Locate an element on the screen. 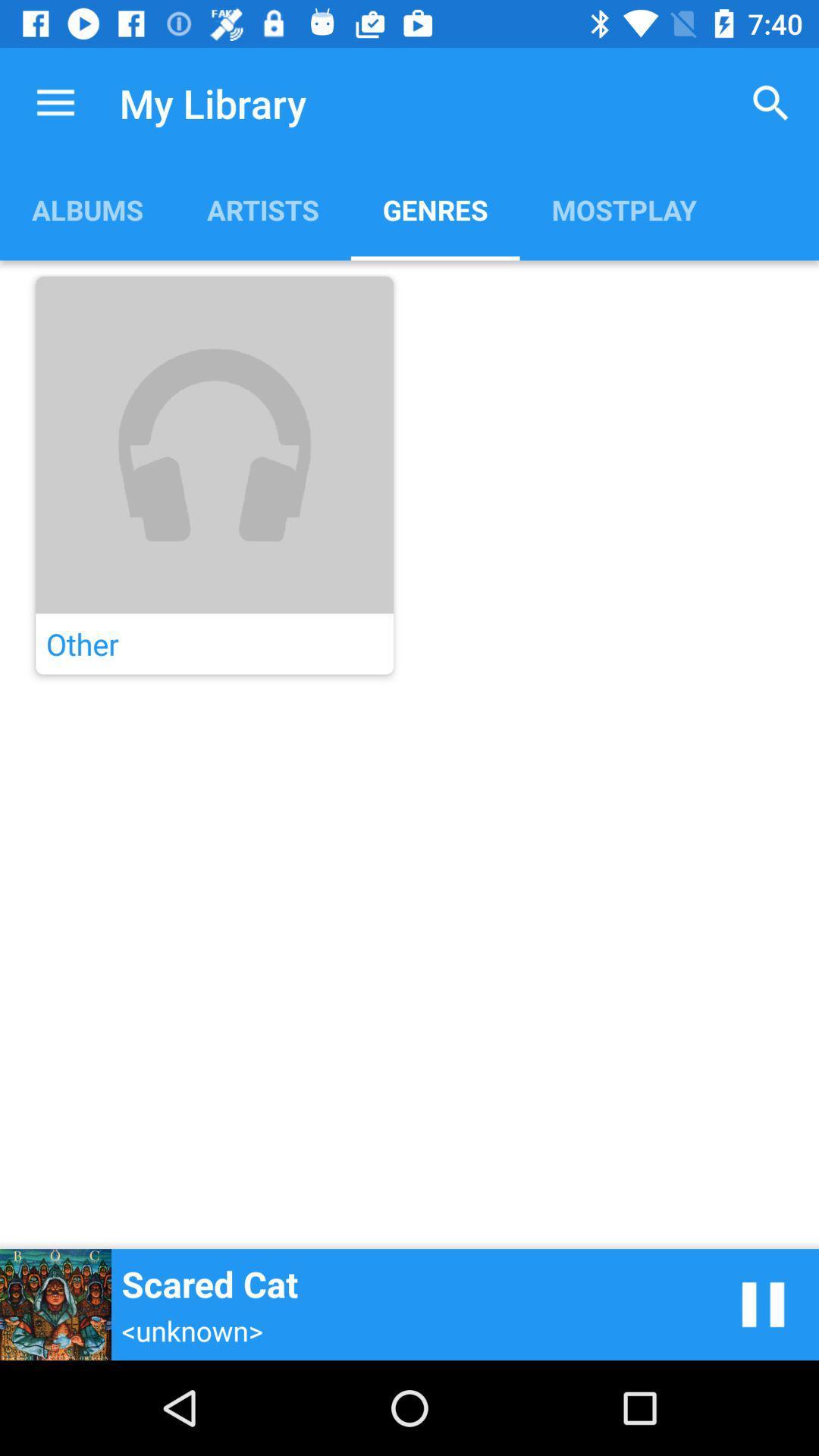 The image size is (819, 1456). icon to the right of the genres icon is located at coordinates (771, 102).